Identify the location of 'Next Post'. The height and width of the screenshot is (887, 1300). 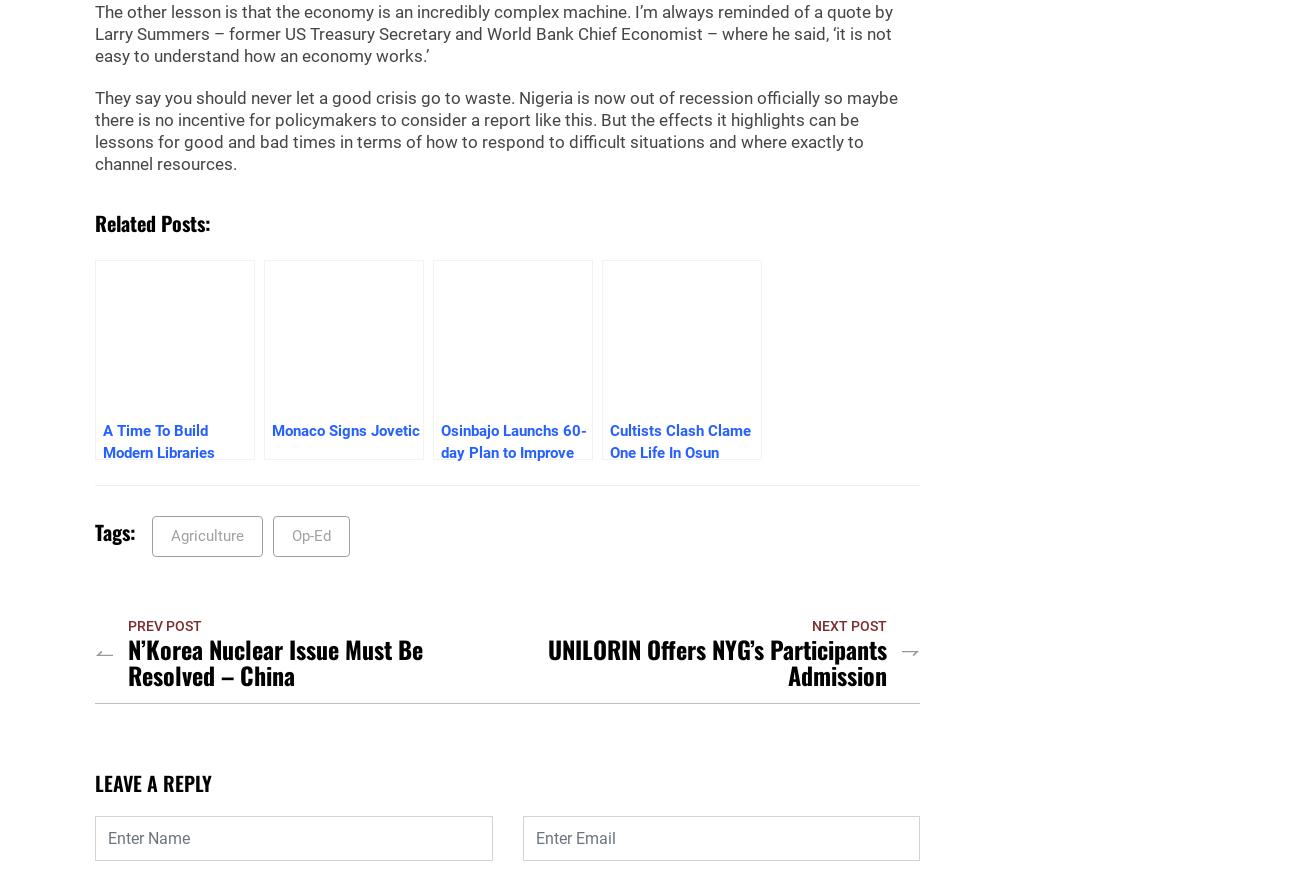
(849, 625).